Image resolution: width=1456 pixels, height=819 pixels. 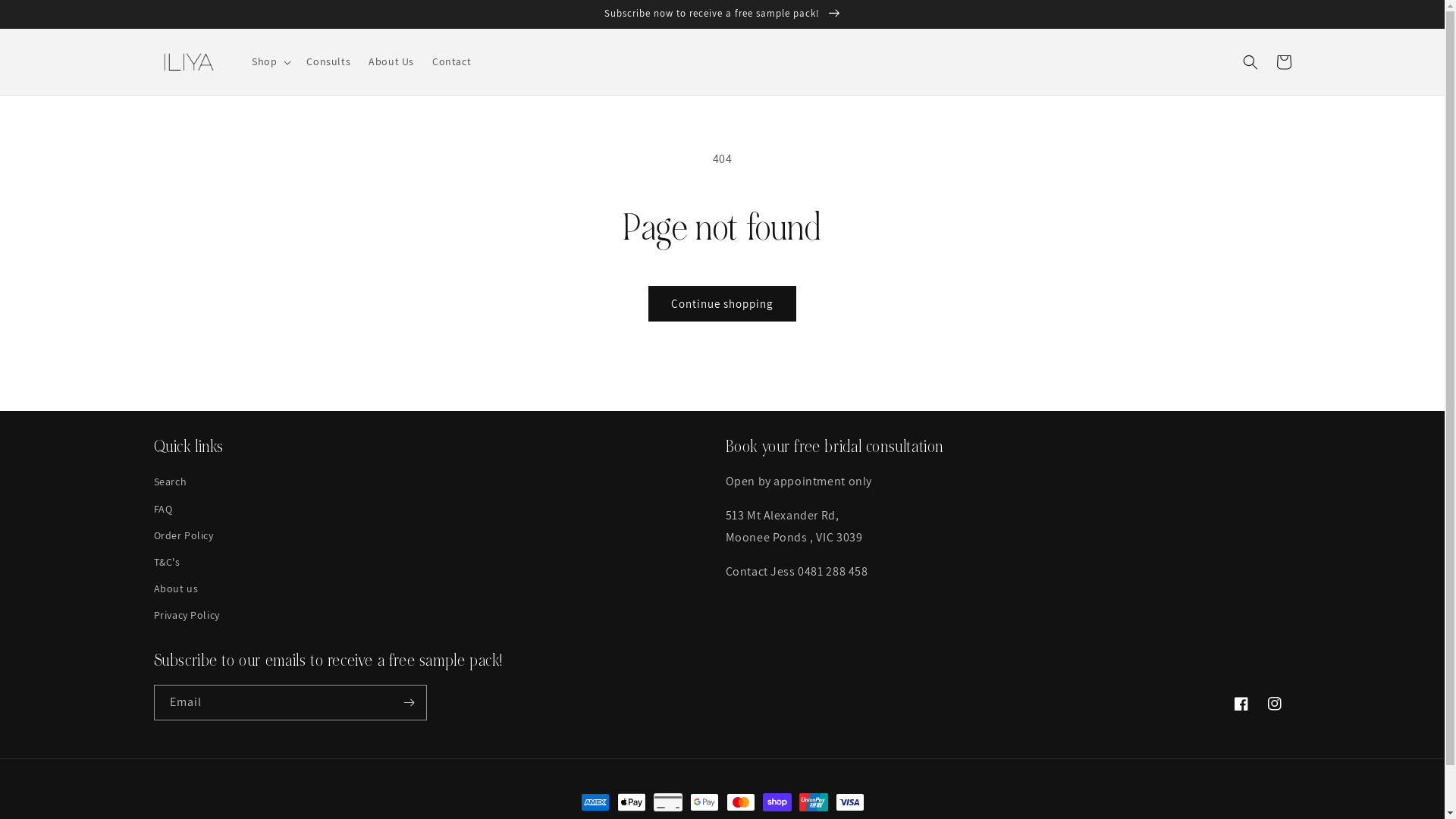 I want to click on 'Contact', so click(x=450, y=61).